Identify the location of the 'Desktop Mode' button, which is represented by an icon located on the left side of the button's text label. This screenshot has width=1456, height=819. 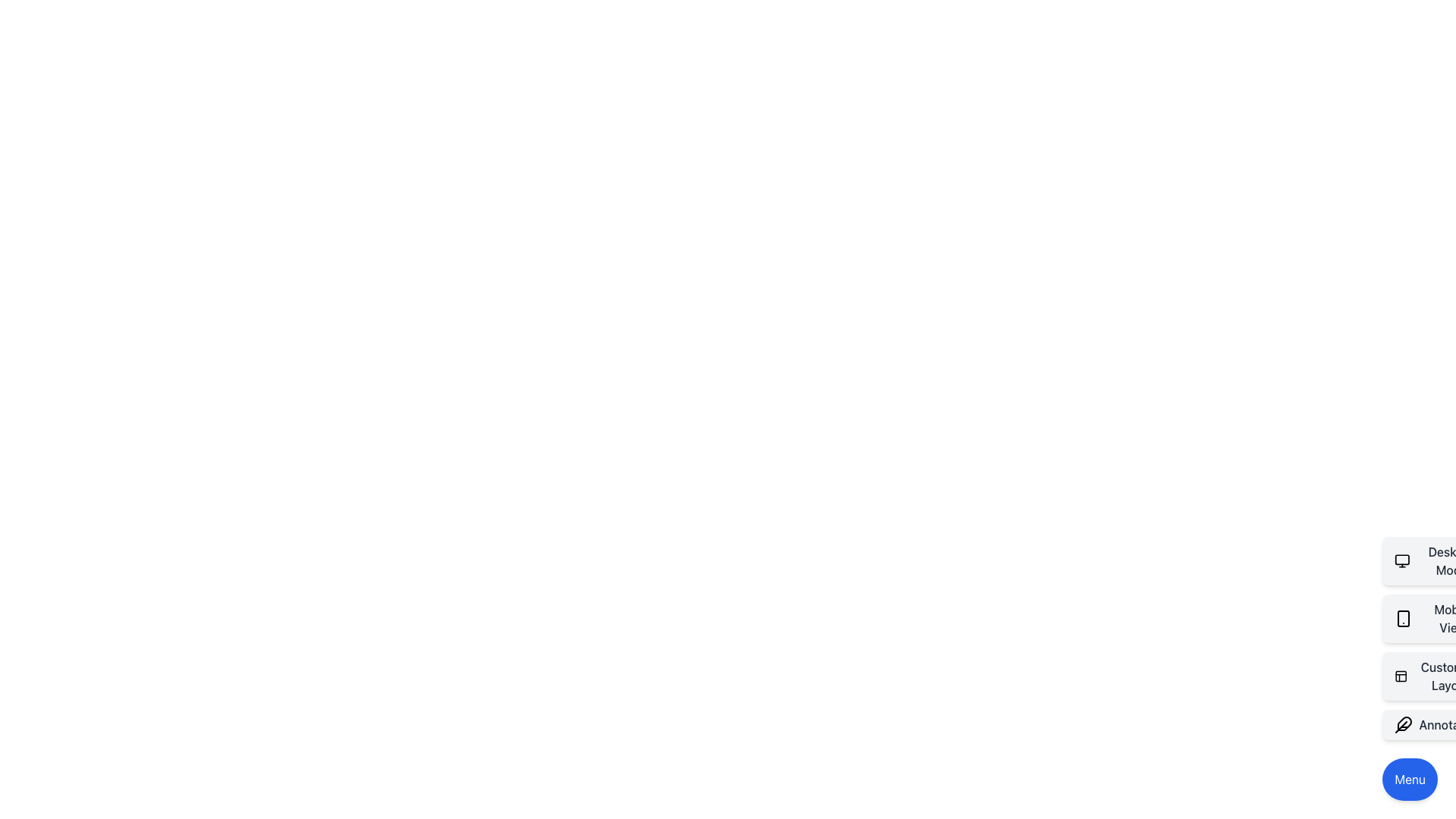
(1401, 561).